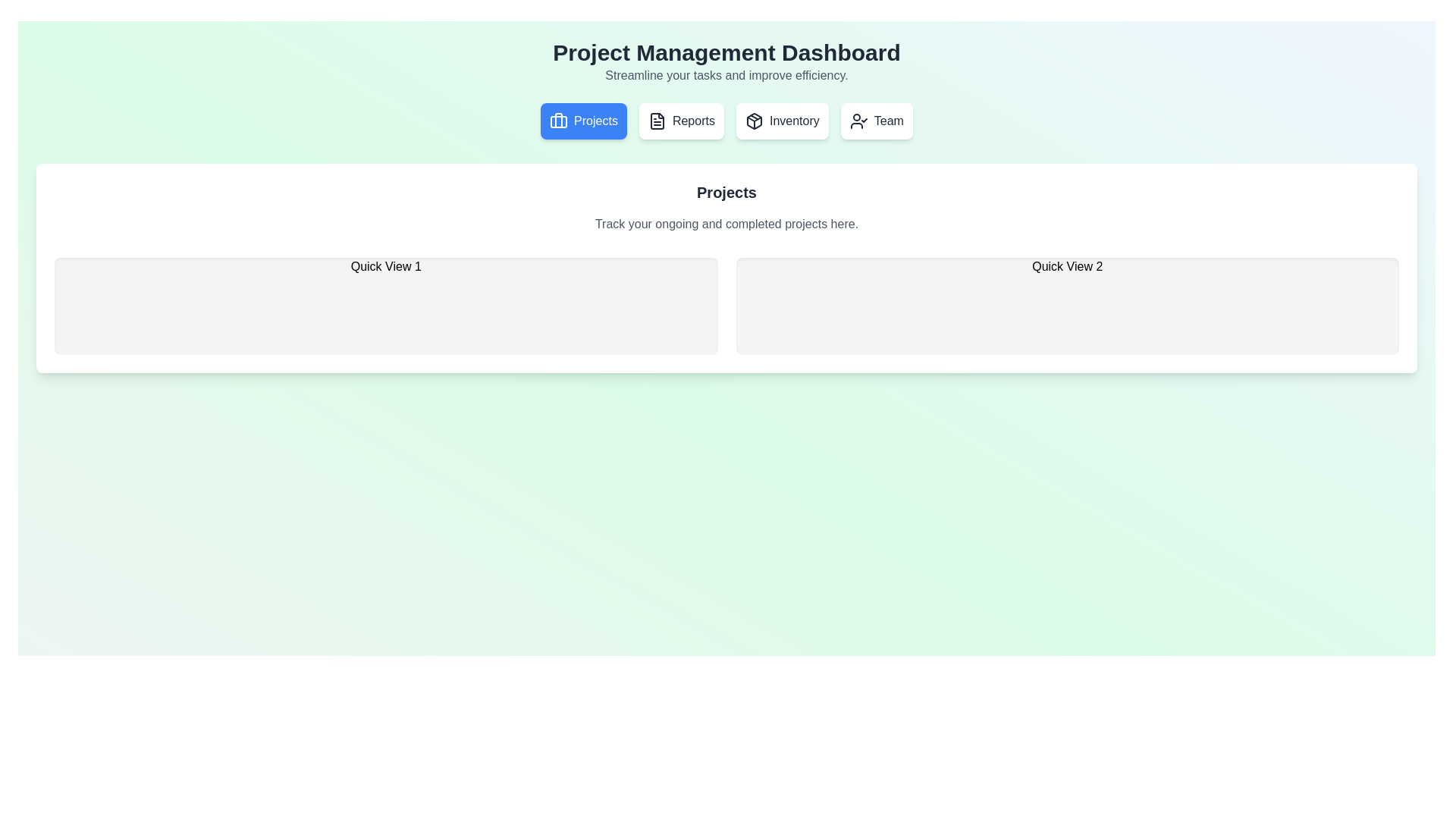 The width and height of the screenshot is (1456, 819). I want to click on text content of the title or header located at the top section of the interface, which serves as an indicator of the application's purpose, so click(726, 52).